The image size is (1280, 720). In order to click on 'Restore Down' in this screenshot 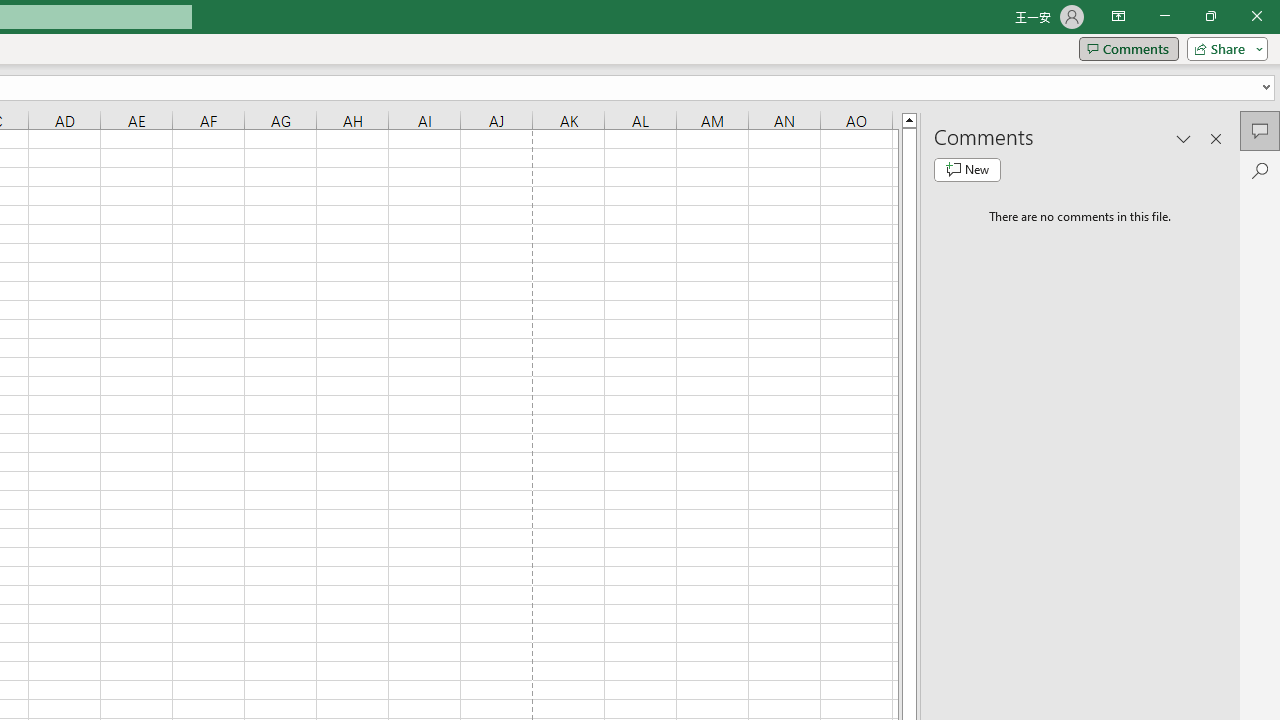, I will do `click(1209, 16)`.